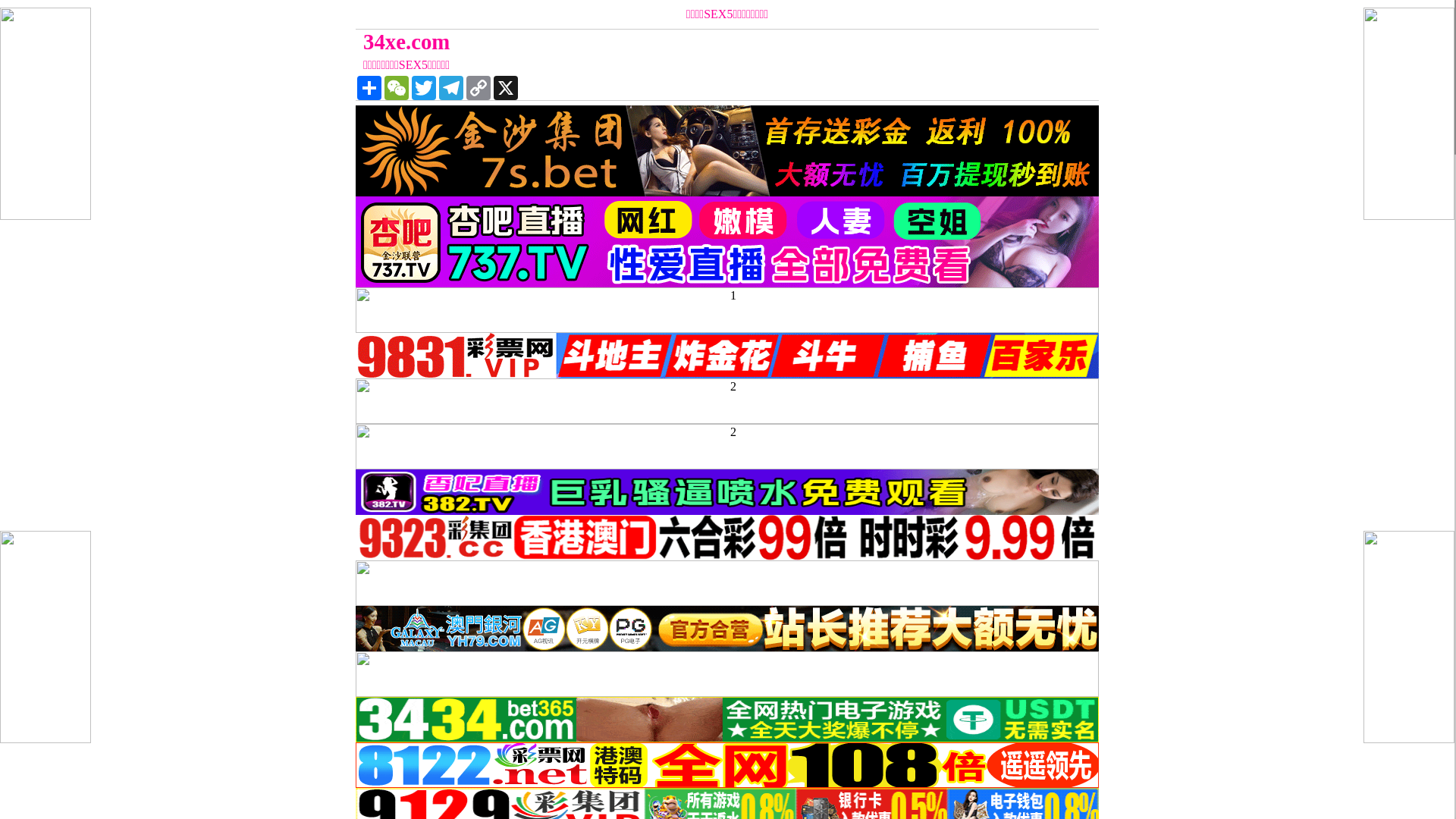 The width and height of the screenshot is (1456, 819). I want to click on 'Twitter', so click(423, 87).